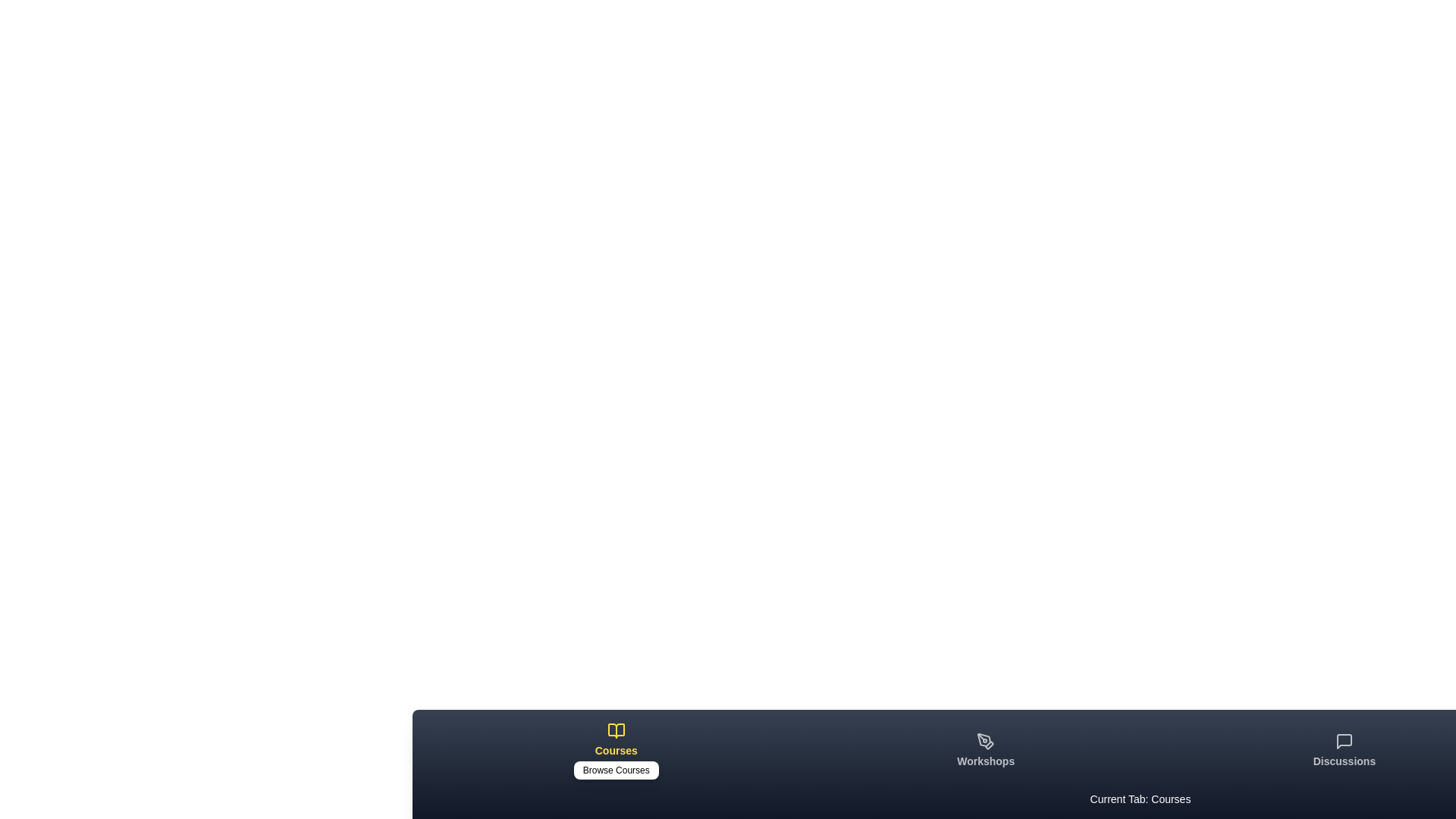 This screenshot has height=819, width=1456. Describe the element at coordinates (986, 751) in the screenshot. I see `the tab corresponding to Workshops to display its details in the 'Current Tab' section` at that location.